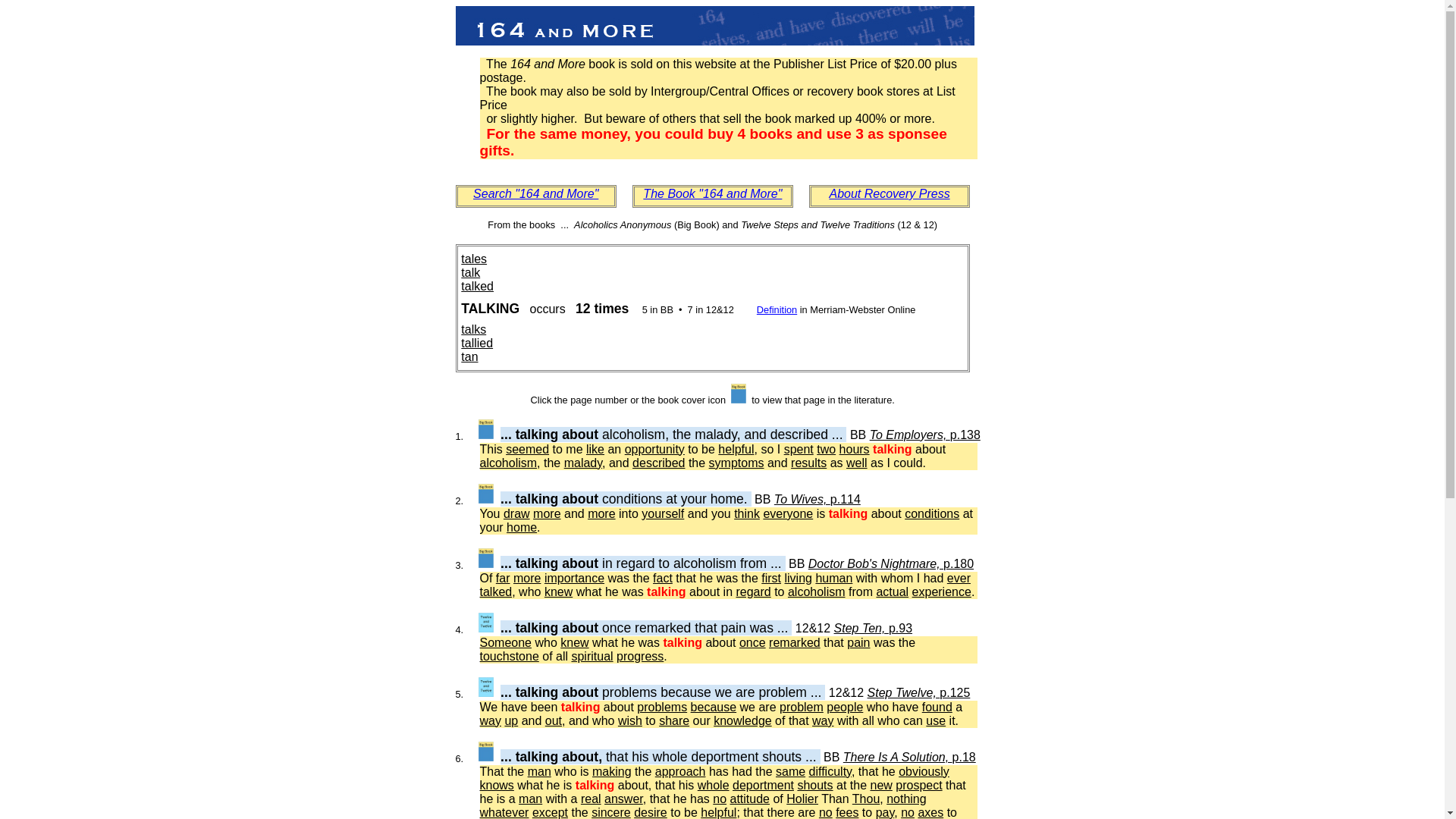 Image resolution: width=1456 pixels, height=819 pixels. What do you see at coordinates (749, 798) in the screenshot?
I see `'attitude'` at bounding box center [749, 798].